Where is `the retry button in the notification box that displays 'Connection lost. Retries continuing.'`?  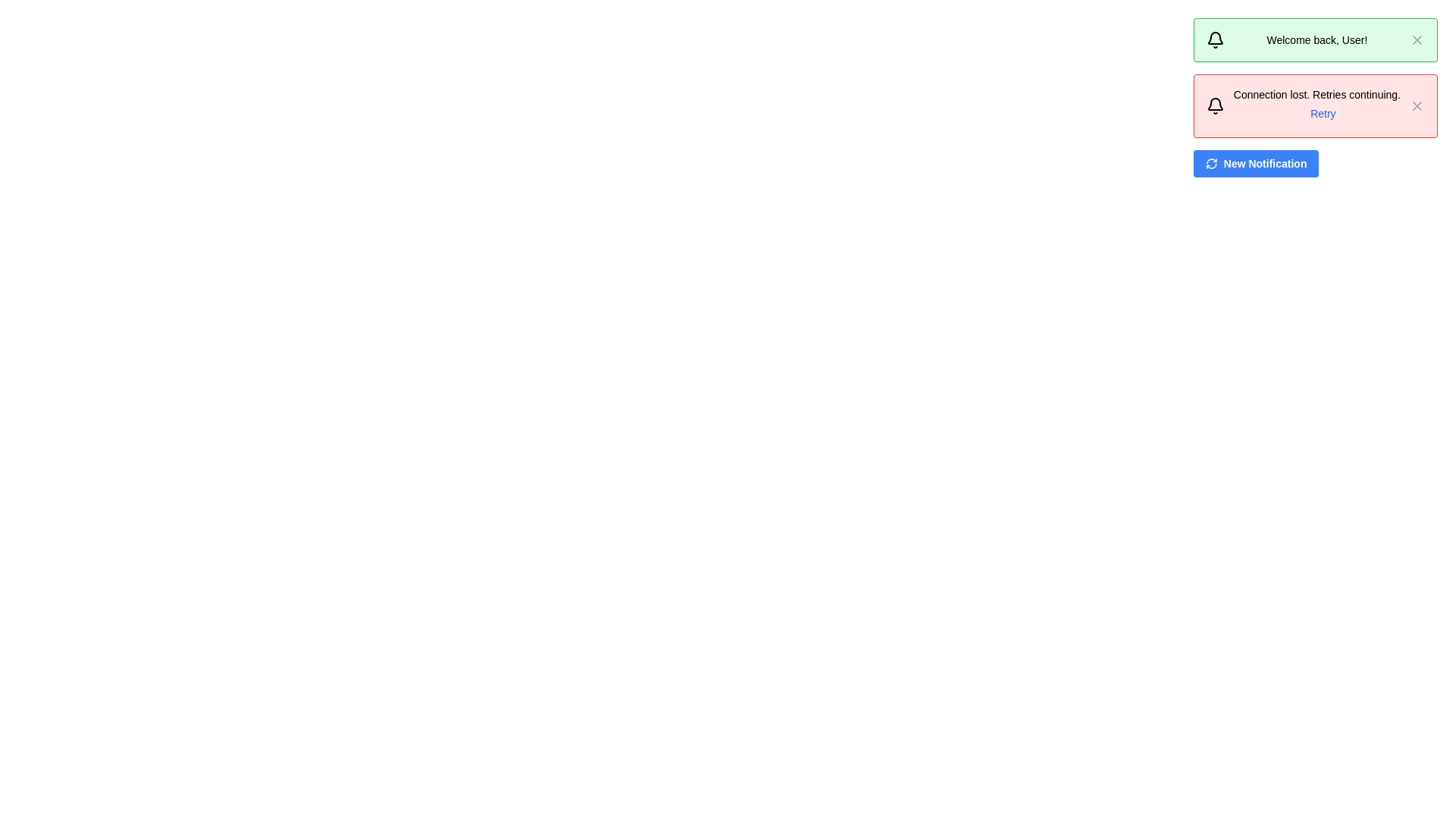 the retry button in the notification box that displays 'Connection lost. Retries continuing.' is located at coordinates (1322, 113).